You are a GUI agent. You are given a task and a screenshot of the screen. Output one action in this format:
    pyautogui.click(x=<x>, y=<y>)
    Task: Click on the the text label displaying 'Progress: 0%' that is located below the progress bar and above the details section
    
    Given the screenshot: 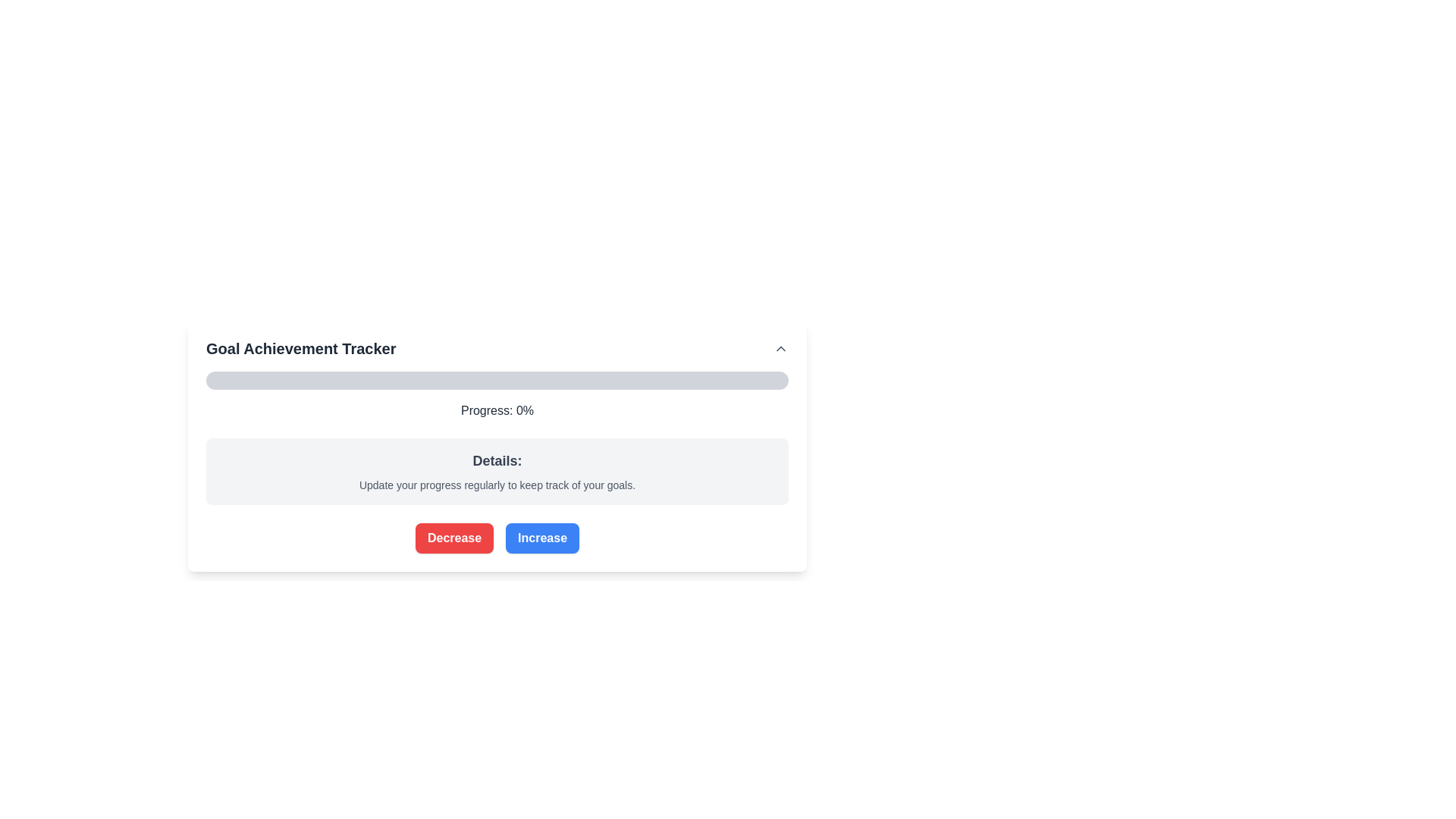 What is the action you would take?
    pyautogui.click(x=497, y=411)
    